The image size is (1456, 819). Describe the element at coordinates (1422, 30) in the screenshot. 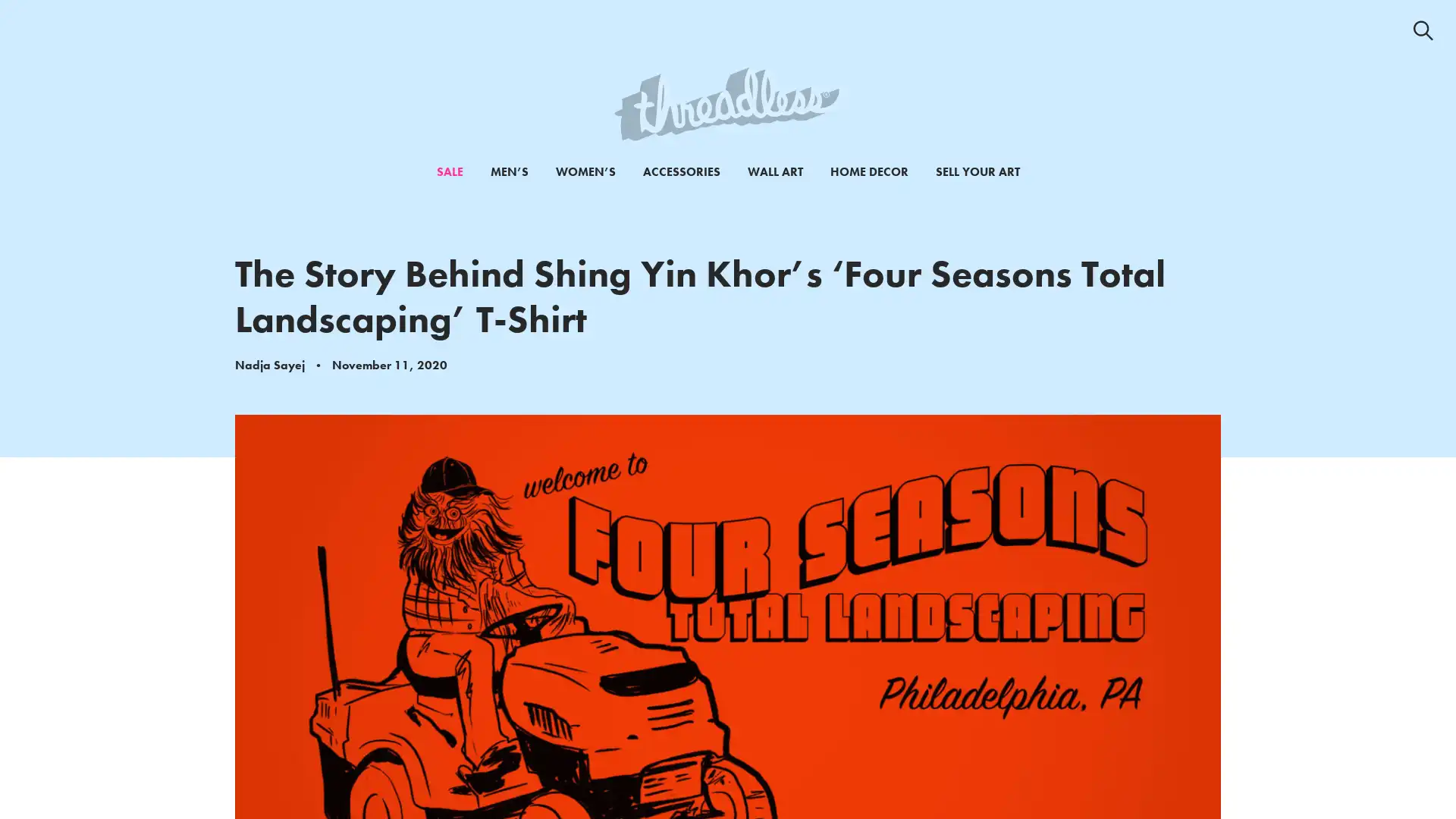

I see `Search` at that location.